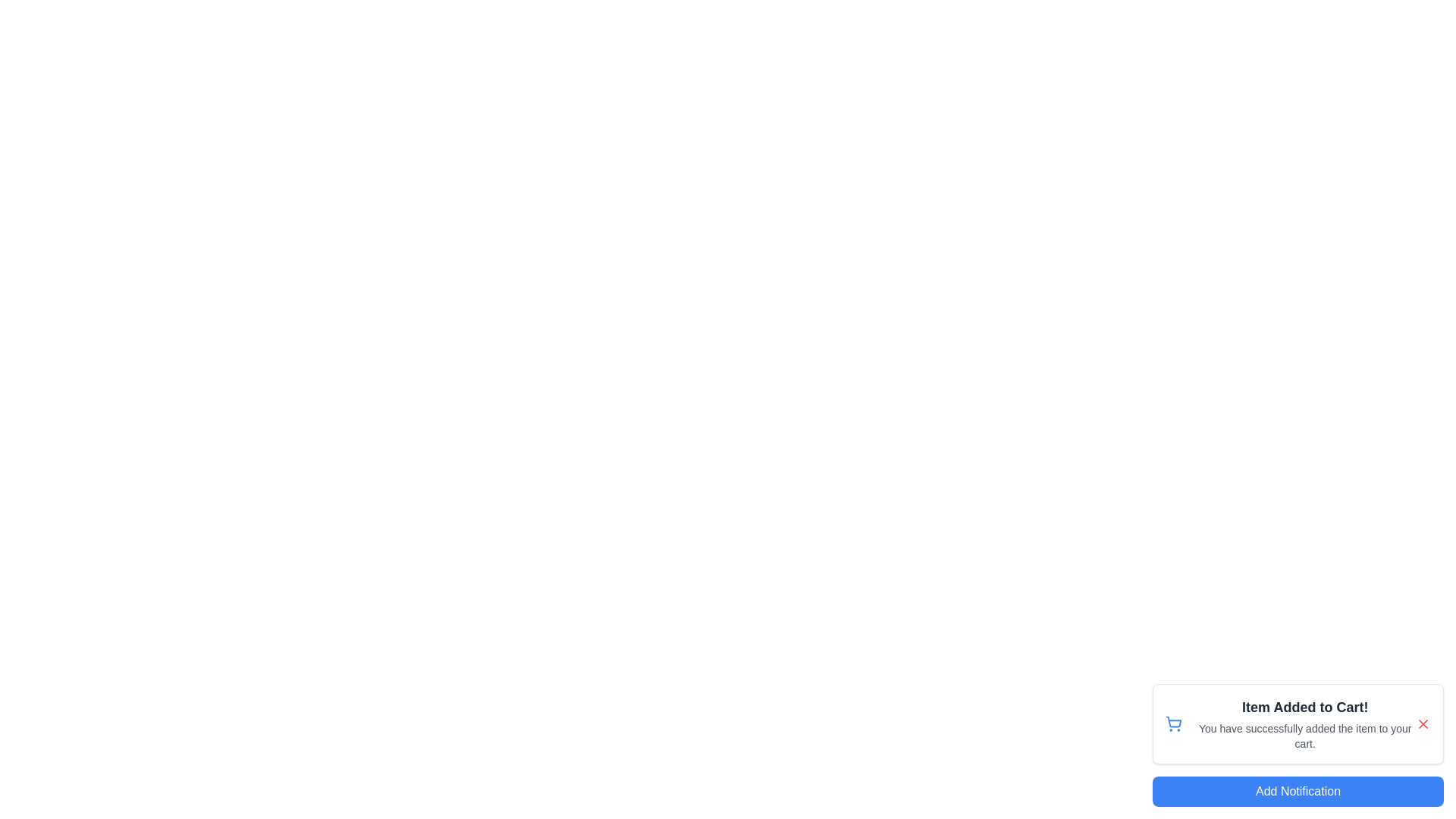  Describe the element at coordinates (1422, 723) in the screenshot. I see `the close button located at the top-right corner of the notification card` at that location.